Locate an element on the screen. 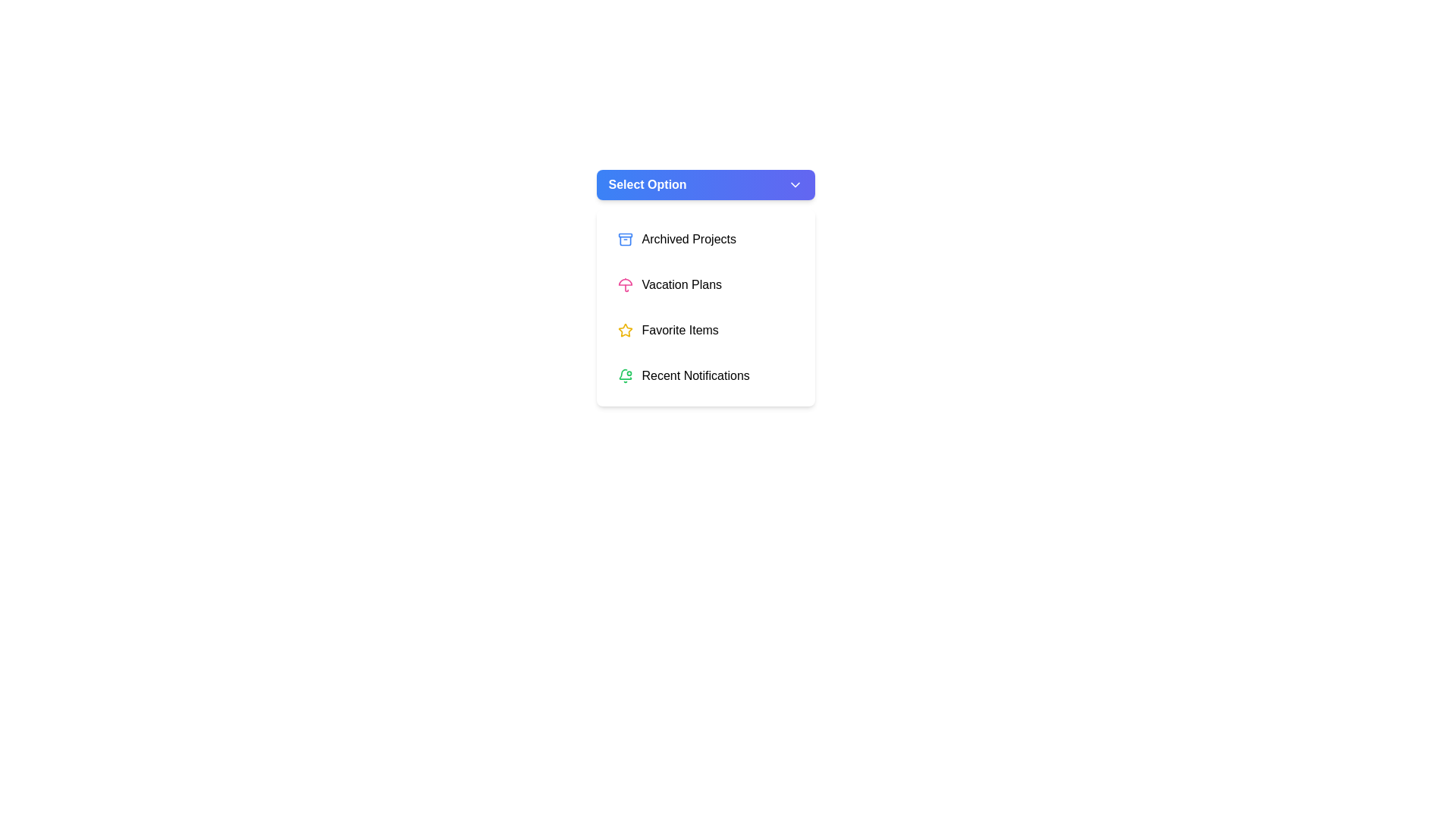 This screenshot has width=1456, height=819. the menu item Favorite Items from the dropdown is located at coordinates (704, 329).